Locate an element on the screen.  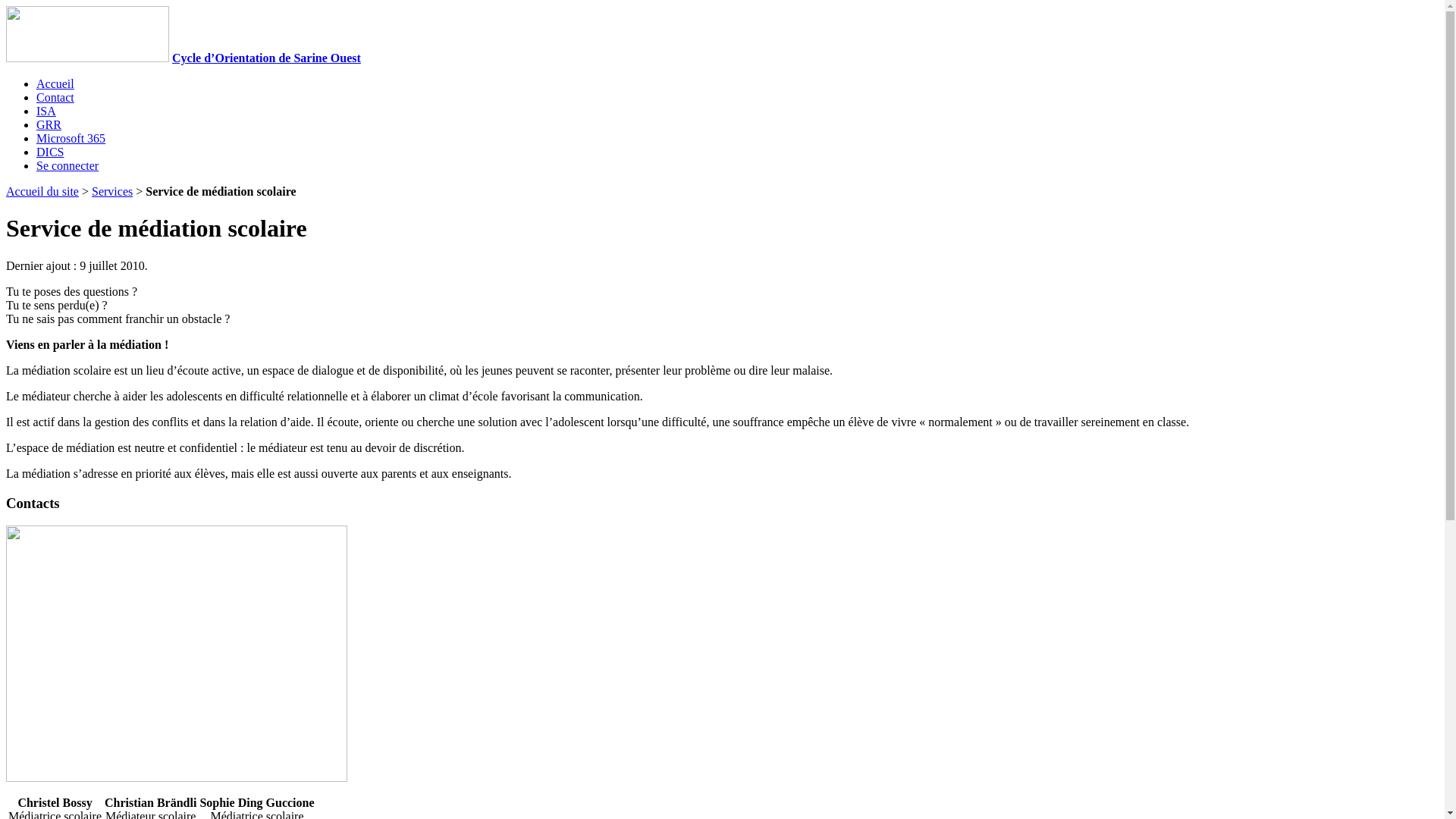
'DICS' is located at coordinates (36, 152).